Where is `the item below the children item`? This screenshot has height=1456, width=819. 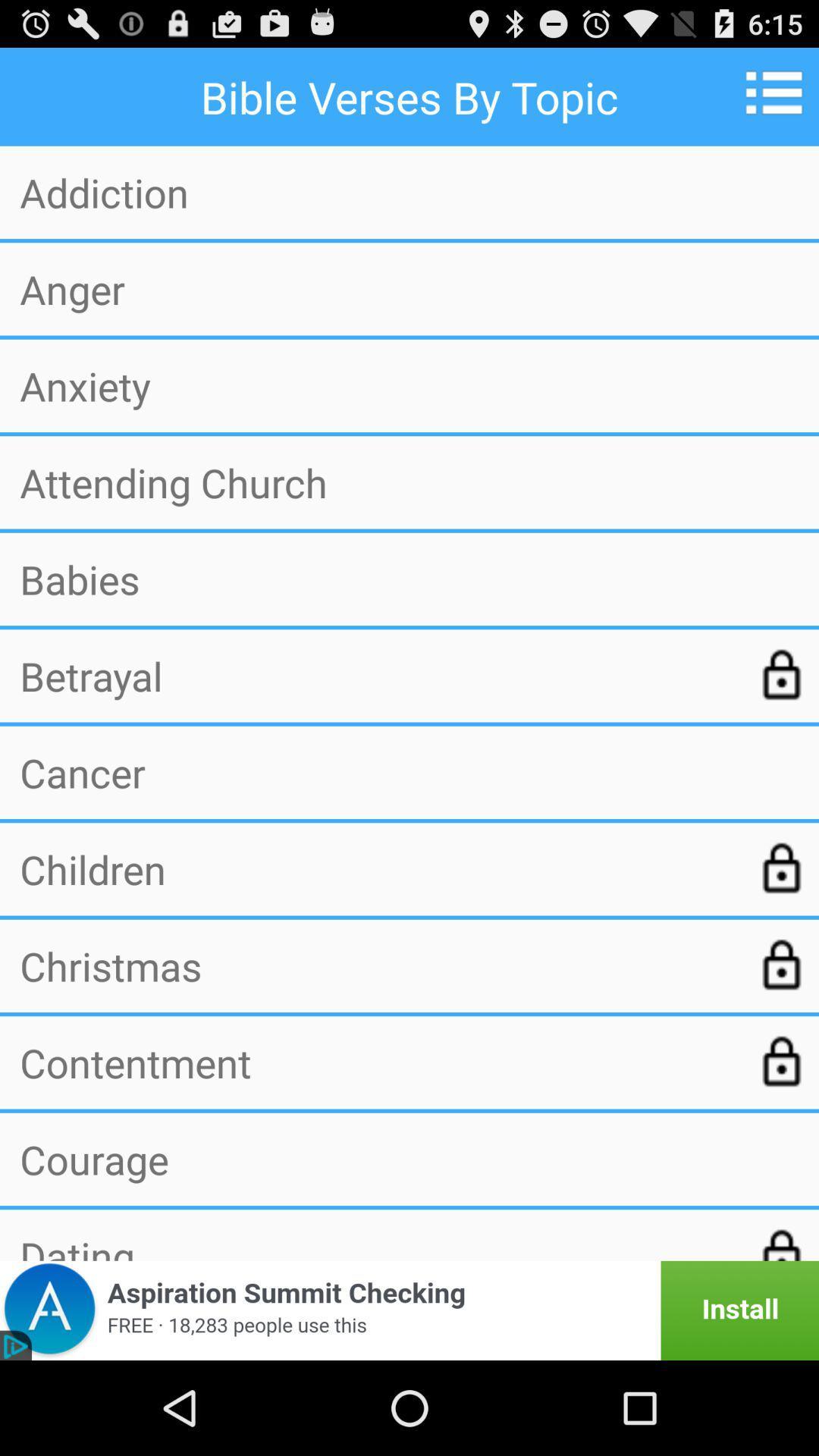 the item below the children item is located at coordinates (376, 965).